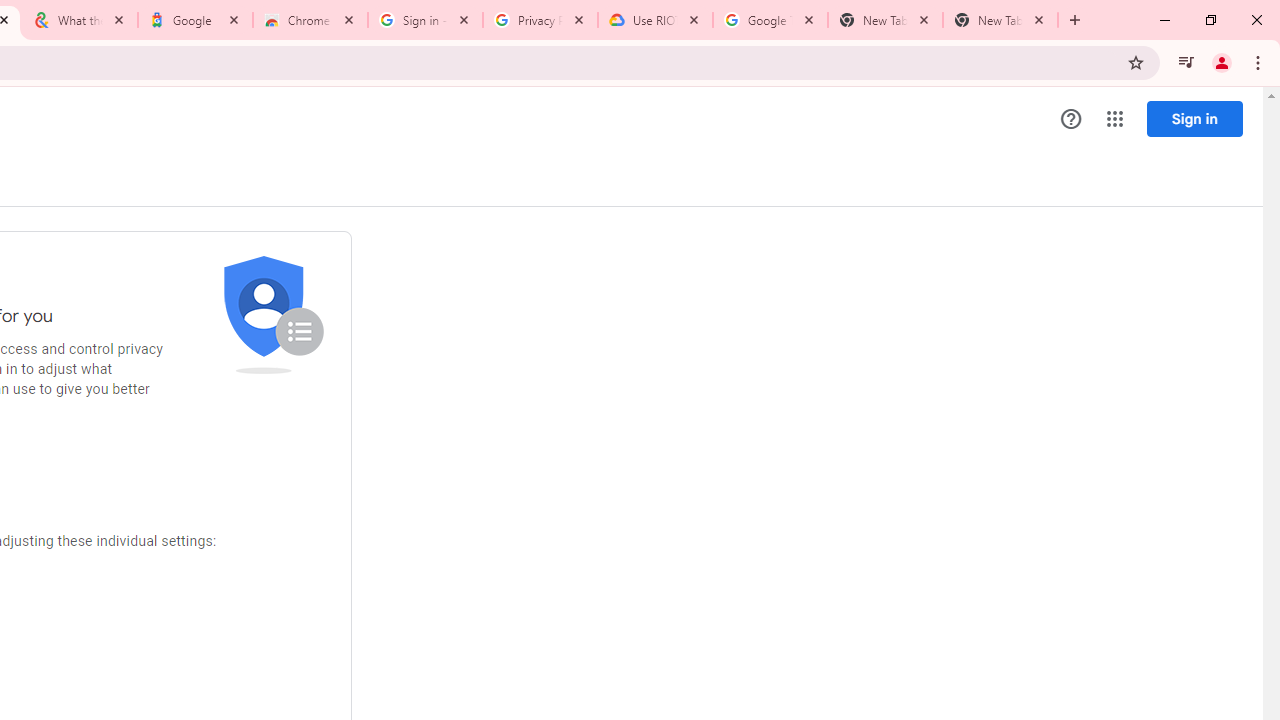 The height and width of the screenshot is (720, 1280). What do you see at coordinates (310, 20) in the screenshot?
I see `'Chrome Web Store - Color themes by Chrome'` at bounding box center [310, 20].